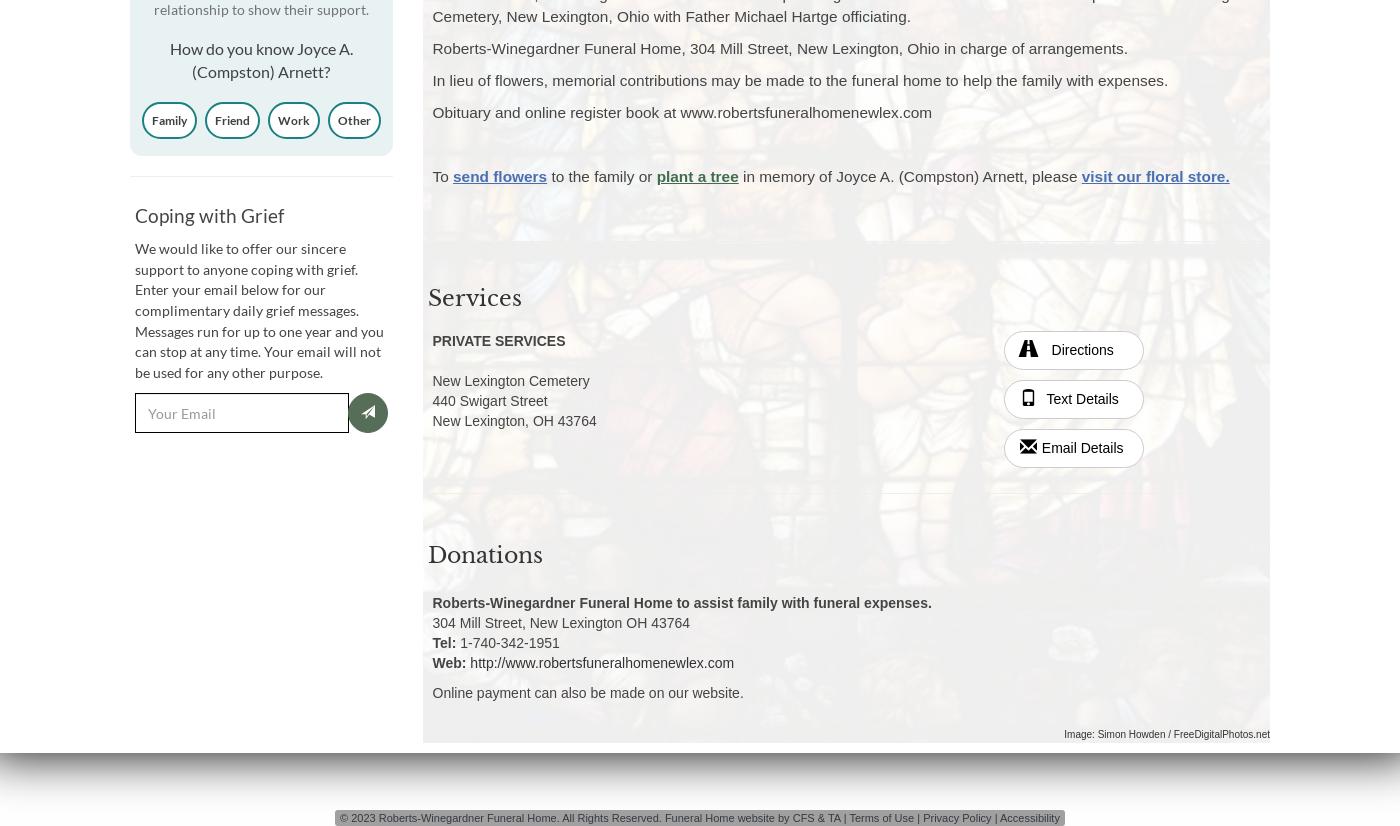  What do you see at coordinates (820, 816) in the screenshot?
I see `'&'` at bounding box center [820, 816].